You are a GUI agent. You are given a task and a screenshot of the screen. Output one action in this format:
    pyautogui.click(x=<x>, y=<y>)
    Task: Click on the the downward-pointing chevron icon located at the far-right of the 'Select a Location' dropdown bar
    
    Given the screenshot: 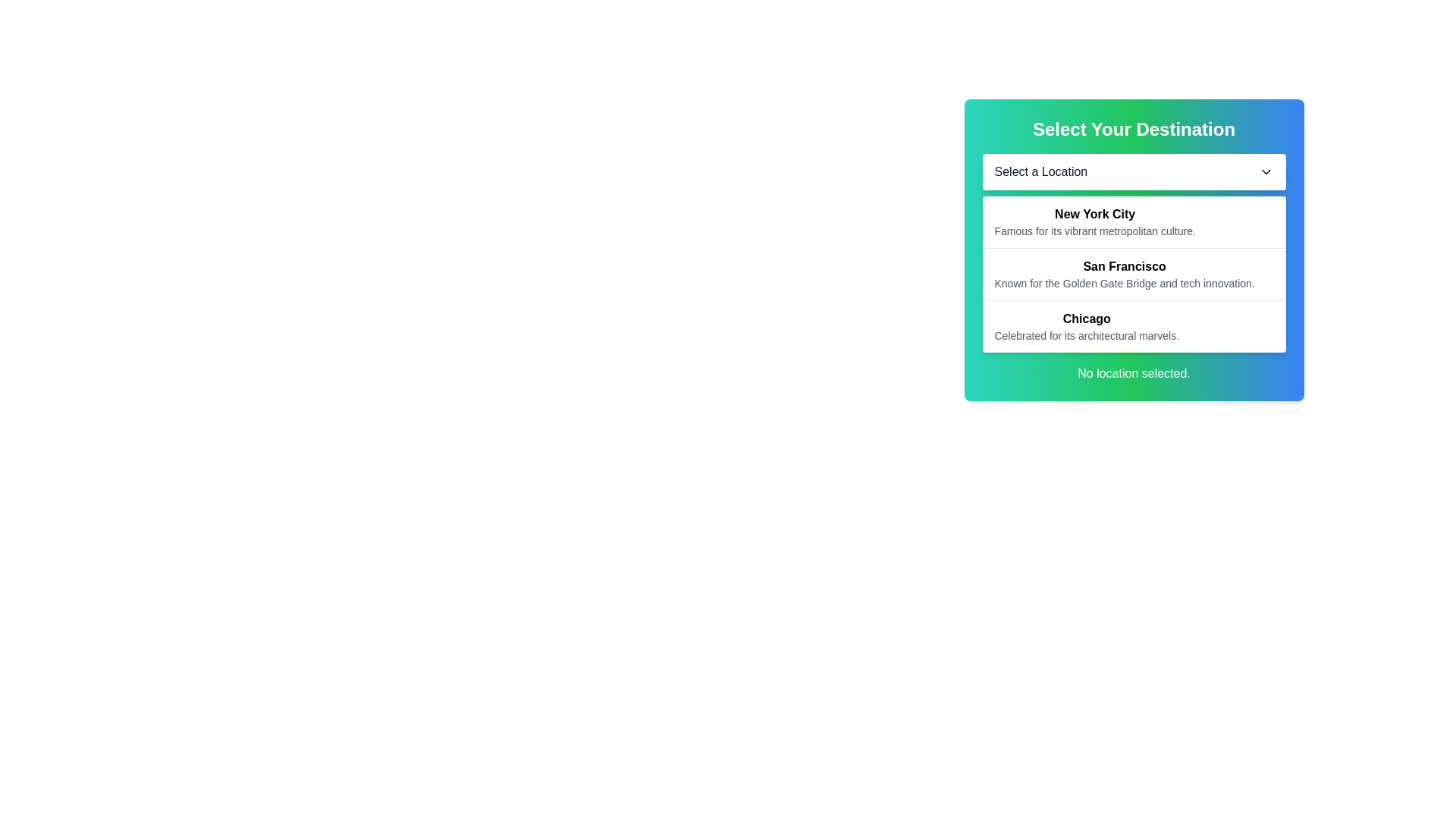 What is the action you would take?
    pyautogui.click(x=1266, y=171)
    